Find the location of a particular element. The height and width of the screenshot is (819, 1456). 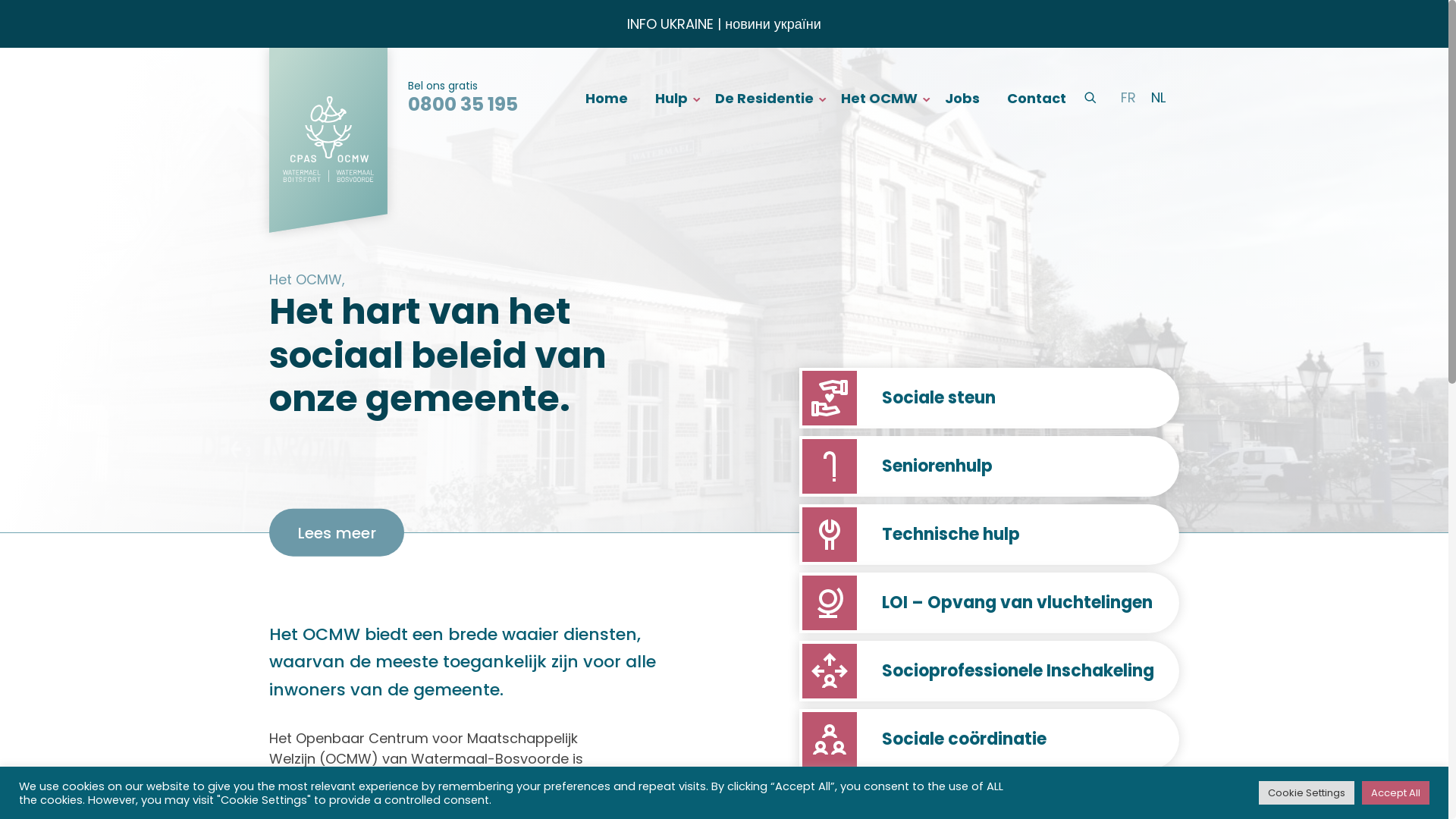

'Cookie Settings' is located at coordinates (1306, 792).